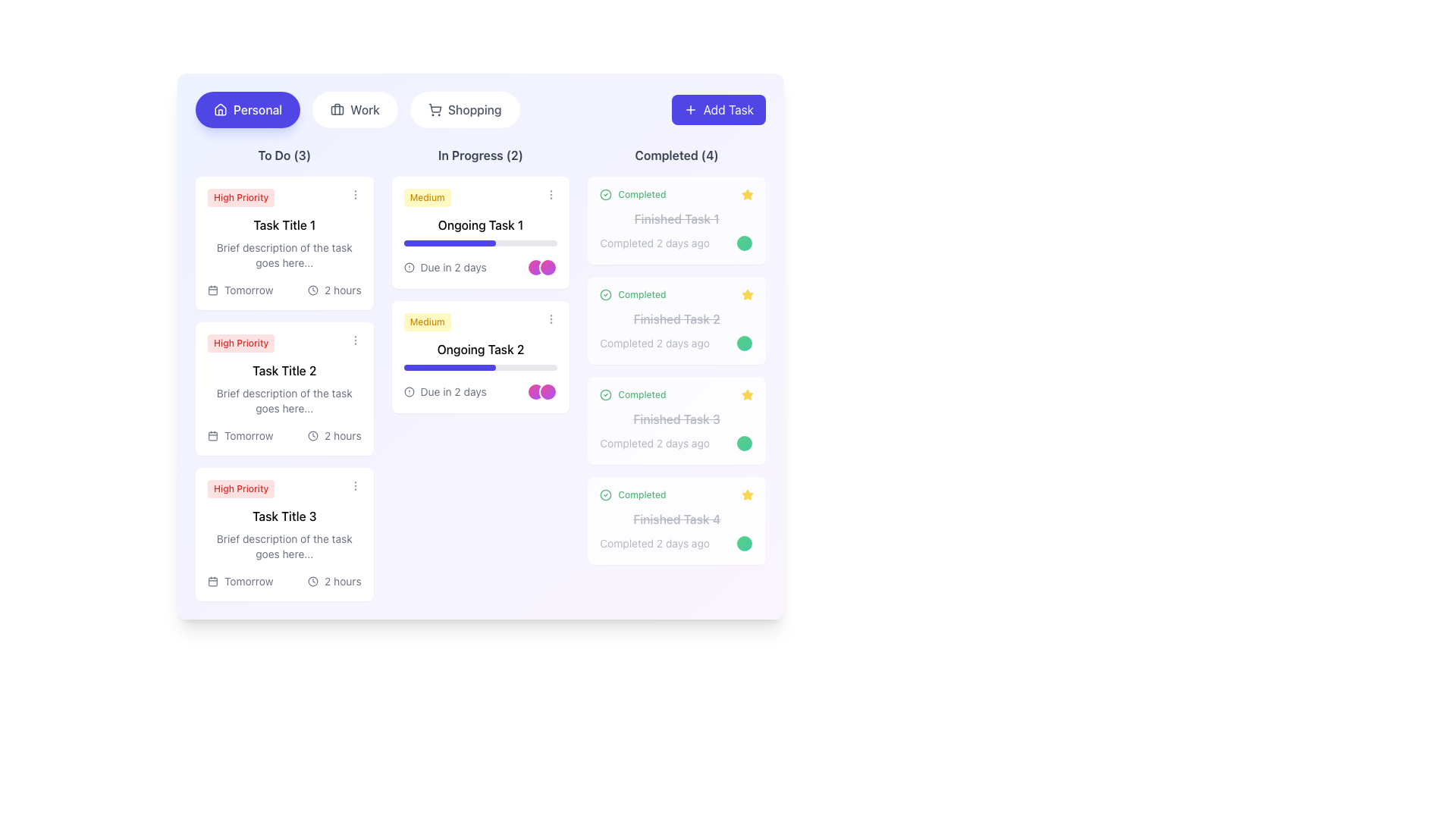  I want to click on the 'Work' text label located in the navigation bar, which serves as a non-interactive indicator between the 'Personal' and 'Shopping' buttons, so click(365, 109).